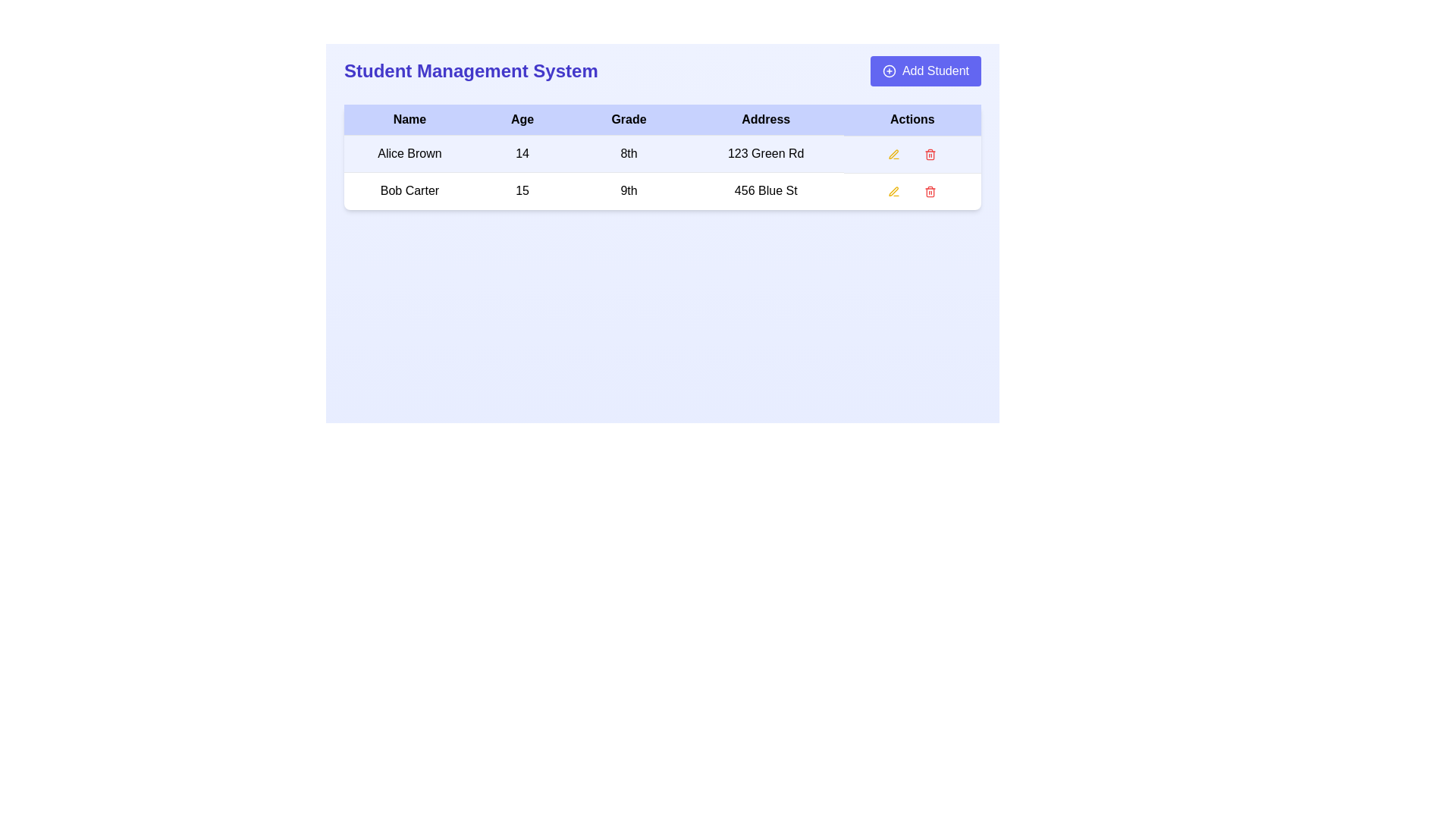 The image size is (1456, 819). Describe the element at coordinates (522, 119) in the screenshot. I see `text from the 'Age' label, which is a bold text label located in the second column of the header row of a table, positioned between the 'Name' and 'Grade' columns` at that location.